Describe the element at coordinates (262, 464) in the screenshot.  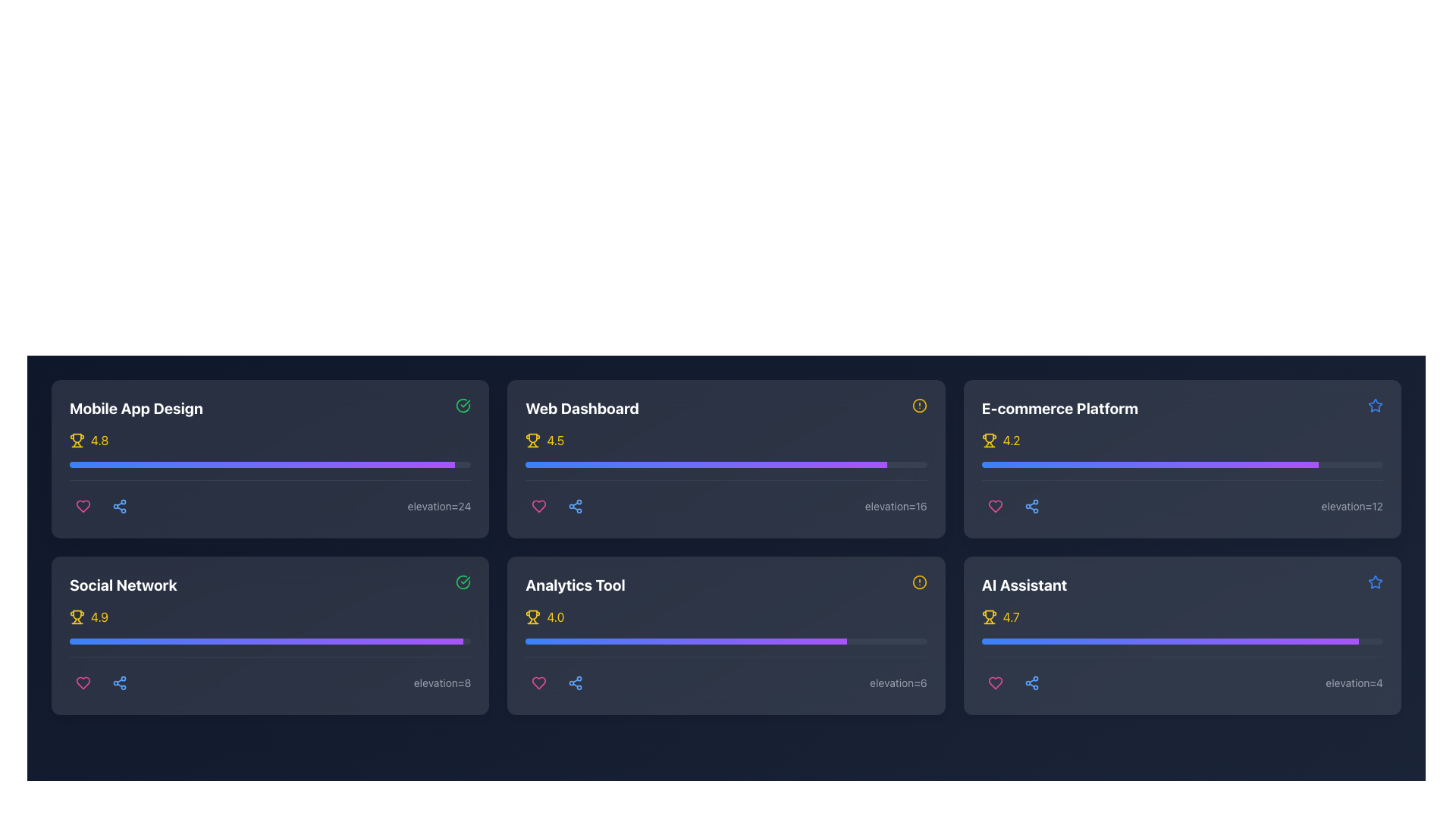
I see `the filled portion of the progress indicator bar representing 96% completion within the 'Mobile App Design' card in the top-left of the grid layout` at that location.